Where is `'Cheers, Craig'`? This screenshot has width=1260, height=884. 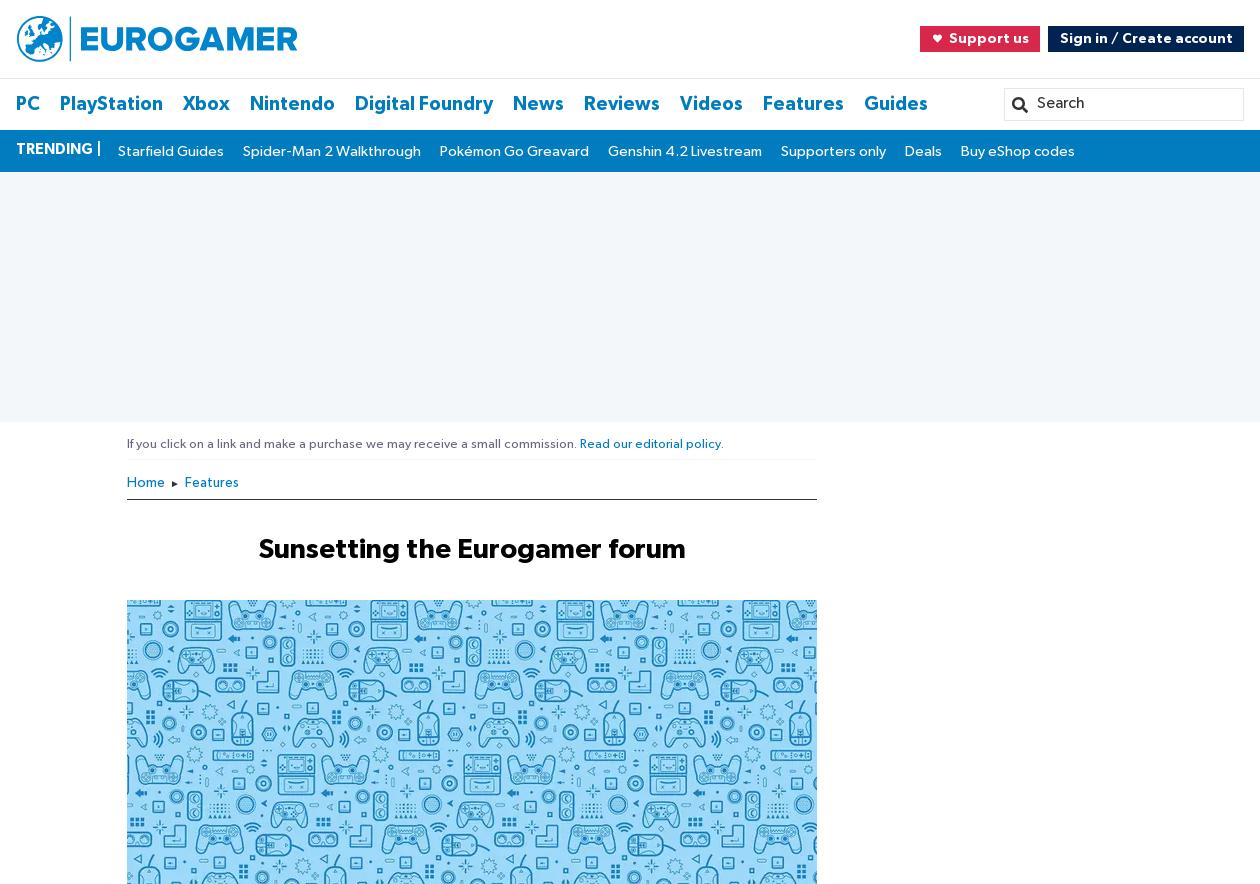
'Cheers, Craig' is located at coordinates (127, 193).